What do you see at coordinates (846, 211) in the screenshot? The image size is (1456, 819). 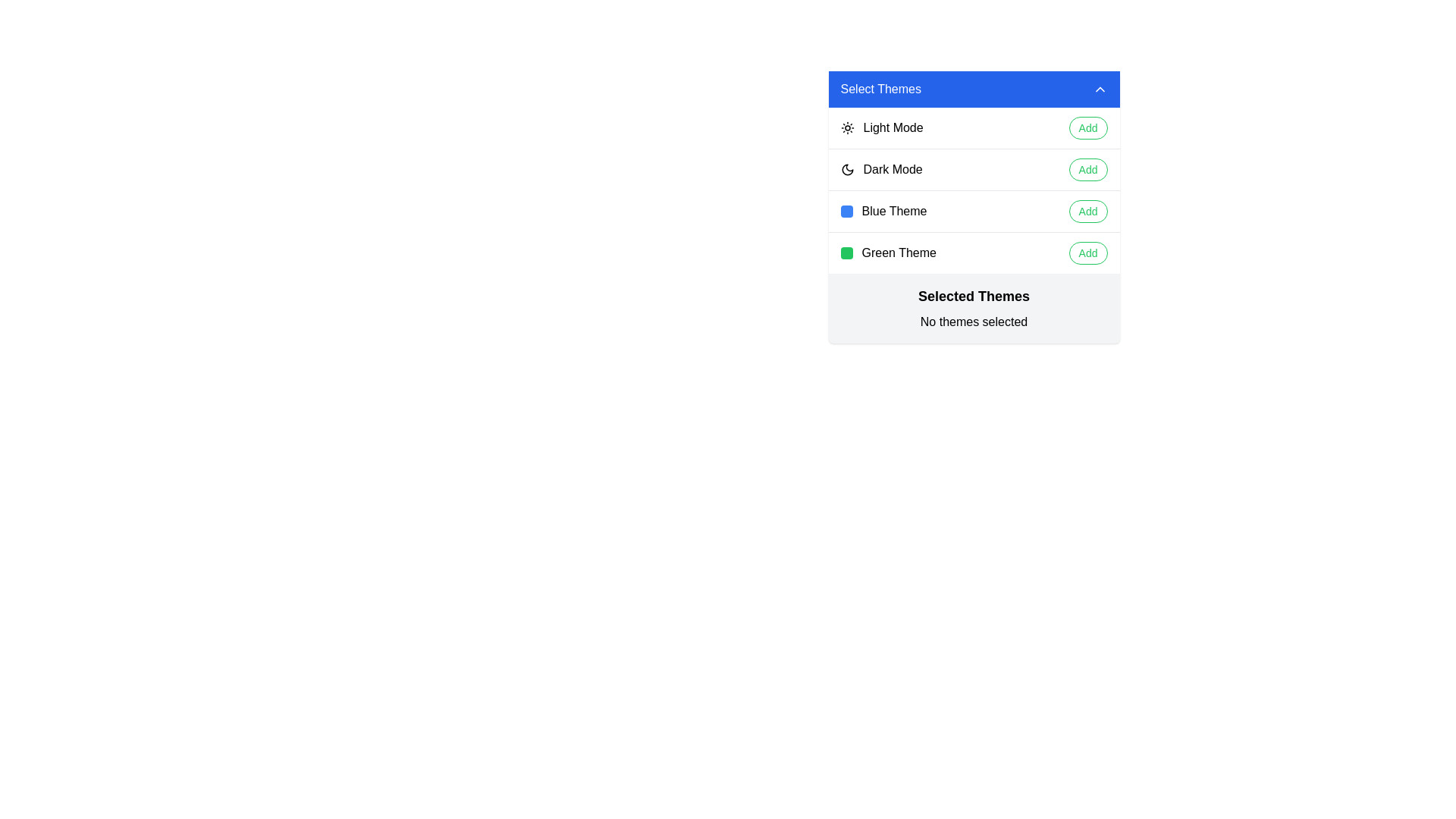 I see `the small blue circular icon located to the left of the text 'Blue Theme' in the selectable themes list` at bounding box center [846, 211].